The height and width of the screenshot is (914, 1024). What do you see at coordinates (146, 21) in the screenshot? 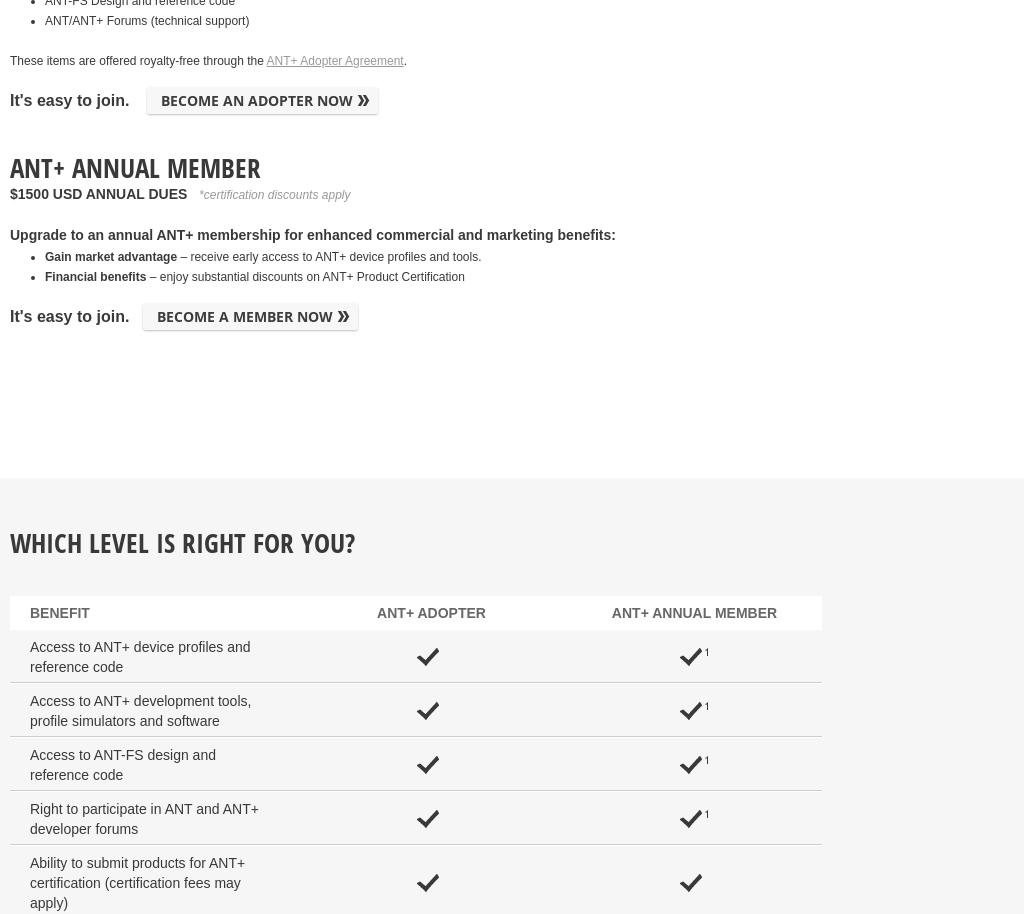
I see `'ANT/ANT+ Forums (technical support)'` at bounding box center [146, 21].